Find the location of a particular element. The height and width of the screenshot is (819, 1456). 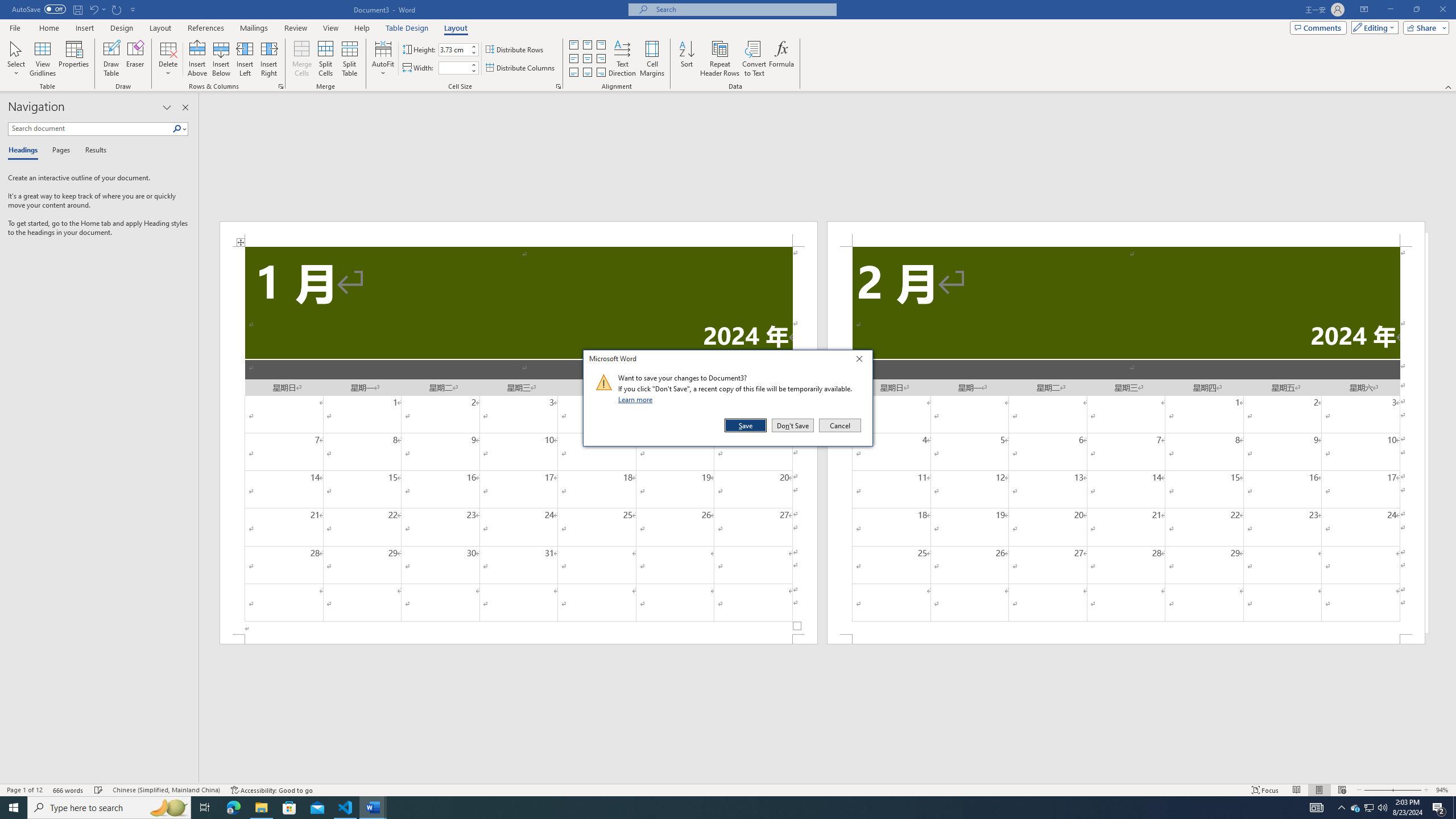

'Footer -Section 2-' is located at coordinates (1126, 638).